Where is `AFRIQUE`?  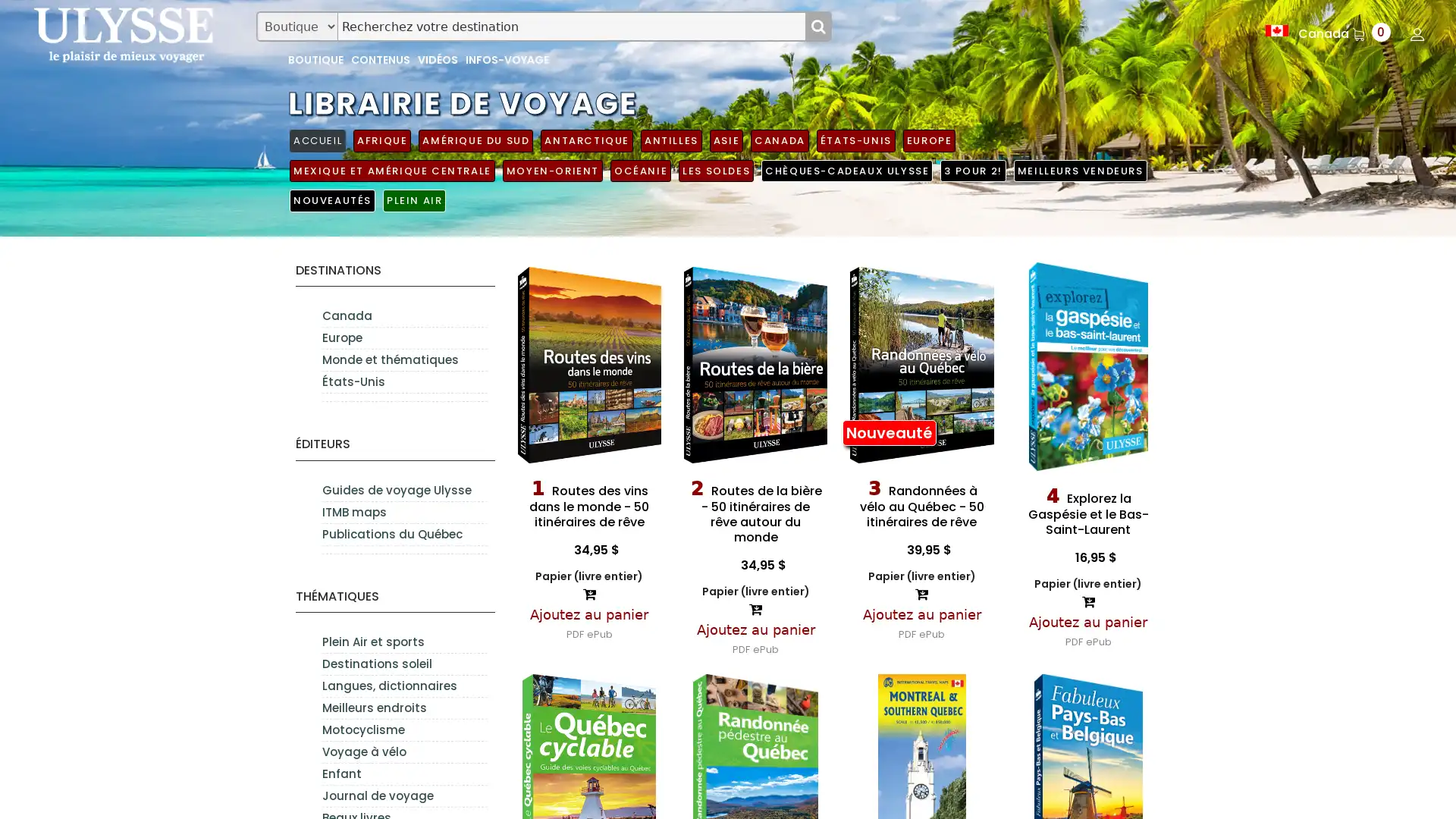
AFRIQUE is located at coordinates (382, 140).